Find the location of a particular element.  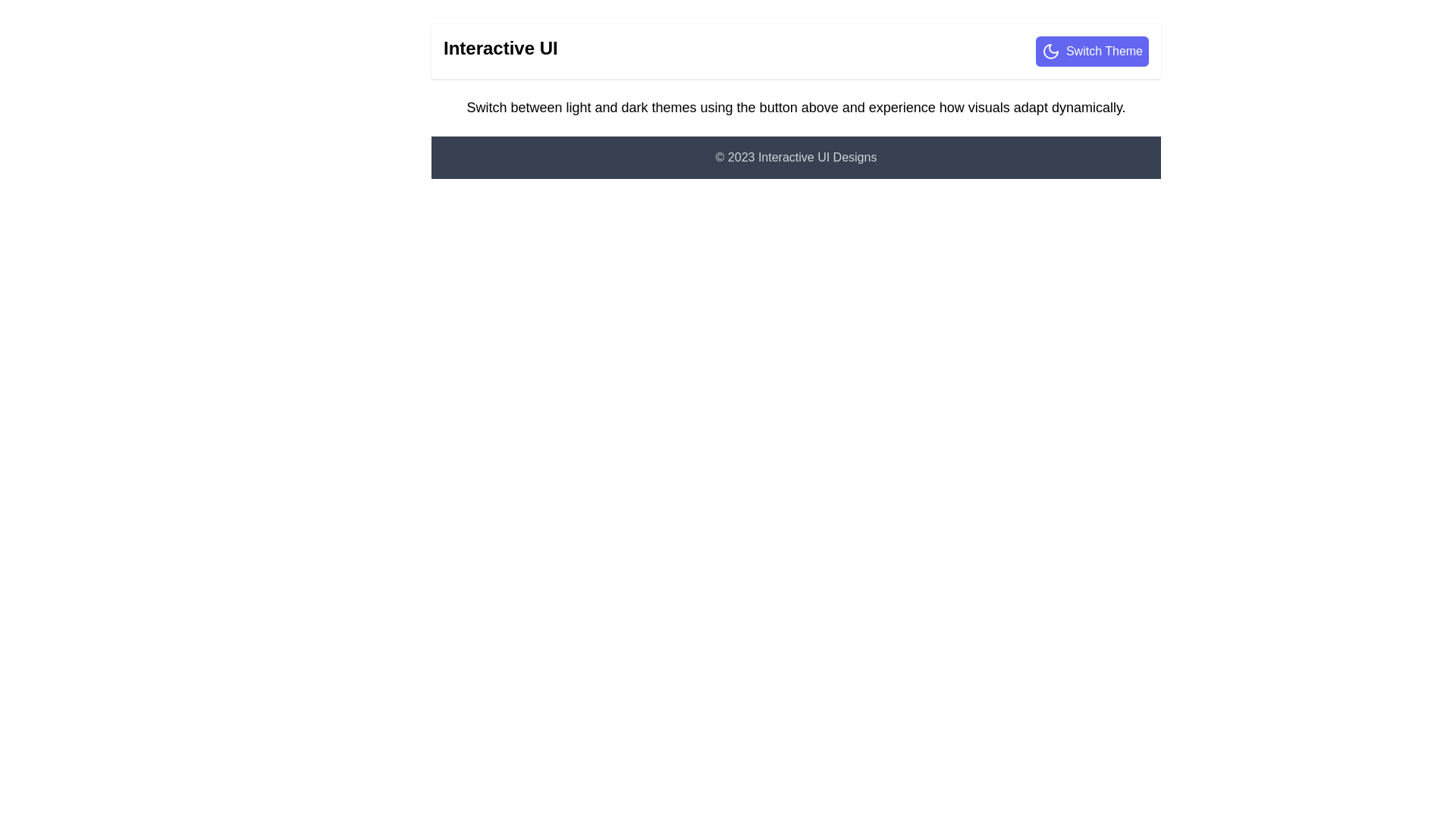

the theme toggle button located in the top-right section of the interface to switch between light and dark modes is located at coordinates (1092, 51).